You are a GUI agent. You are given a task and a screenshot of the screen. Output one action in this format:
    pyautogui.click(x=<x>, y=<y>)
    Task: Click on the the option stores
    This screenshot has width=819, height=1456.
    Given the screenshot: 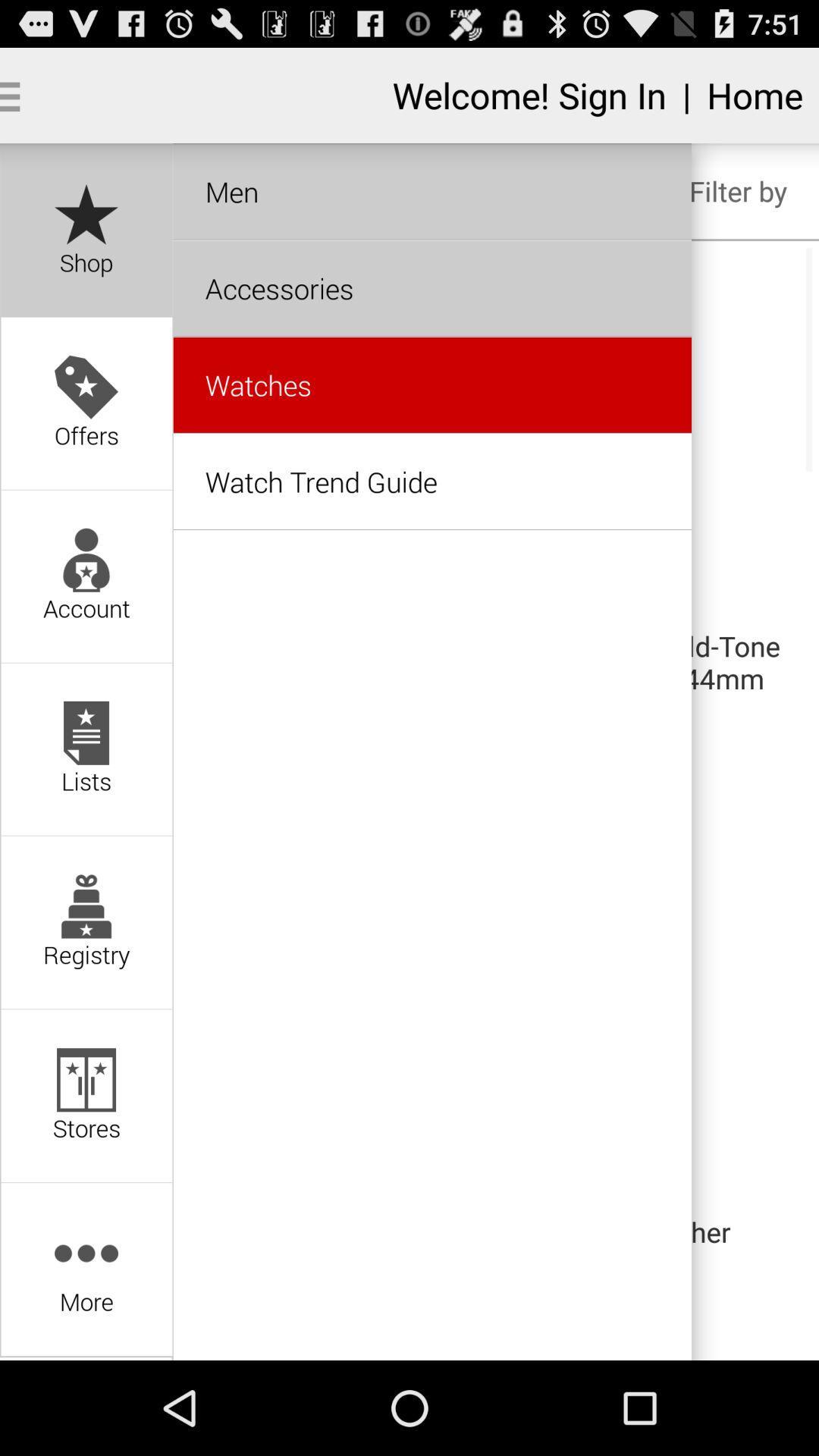 What is the action you would take?
    pyautogui.click(x=86, y=1096)
    